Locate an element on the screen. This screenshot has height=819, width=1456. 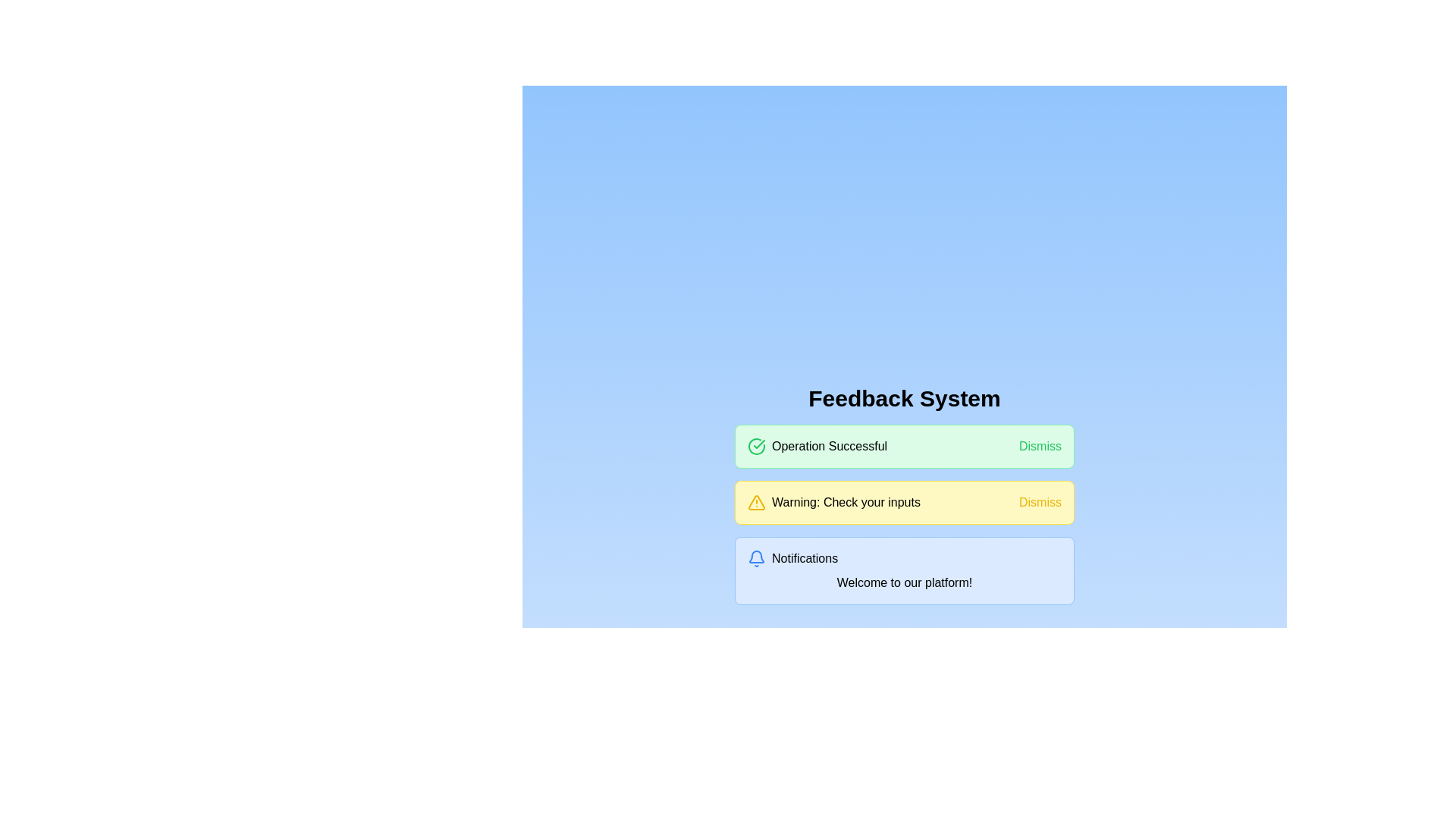
the Static Text Element that displays 'Operation Successful' in bold on a light green background, positioned within the first notification box below 'Feedback System' is located at coordinates (829, 446).